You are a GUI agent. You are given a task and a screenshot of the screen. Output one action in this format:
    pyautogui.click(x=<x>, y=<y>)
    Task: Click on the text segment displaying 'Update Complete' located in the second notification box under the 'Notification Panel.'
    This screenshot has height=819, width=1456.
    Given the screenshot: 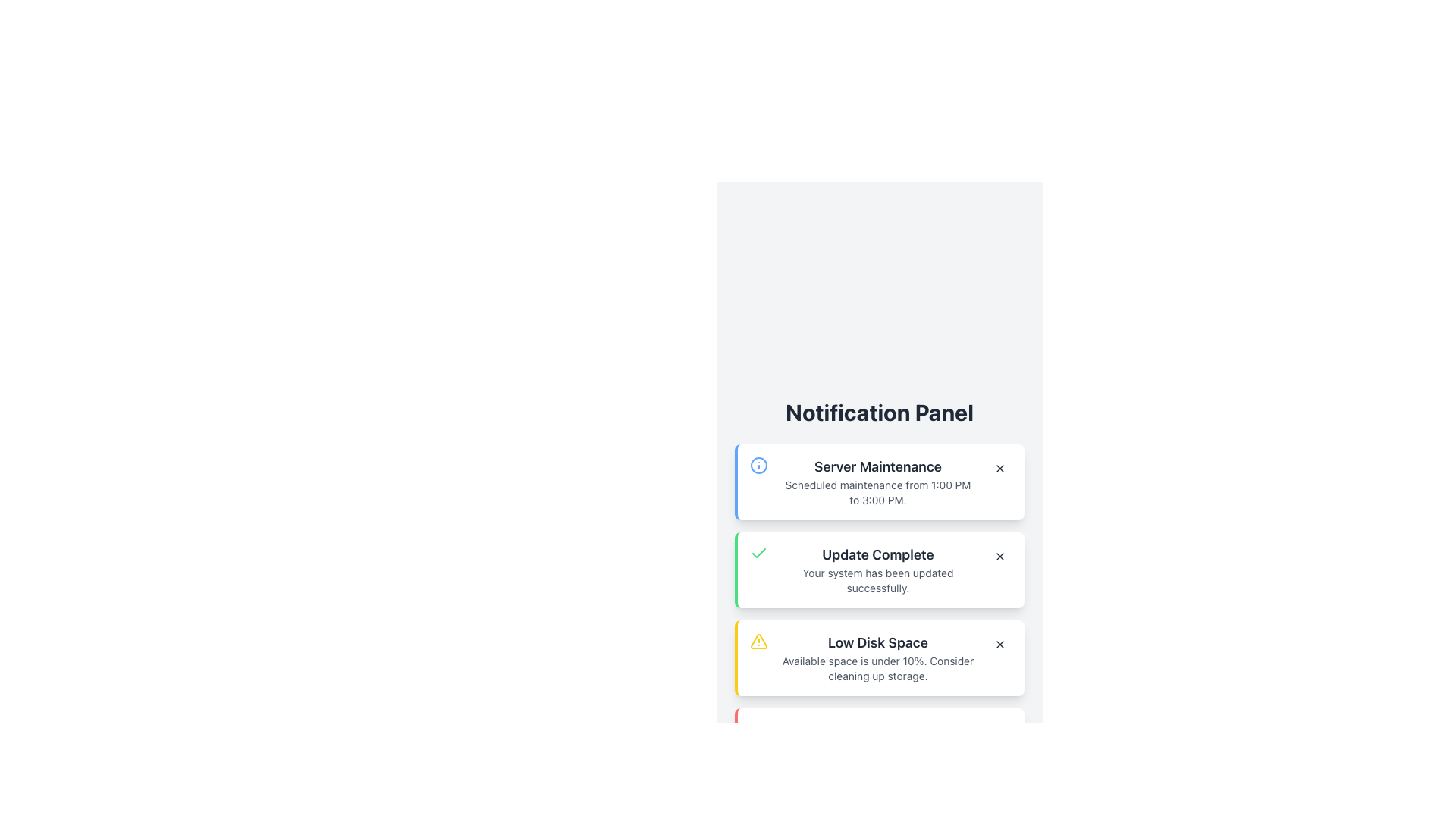 What is the action you would take?
    pyautogui.click(x=877, y=555)
    